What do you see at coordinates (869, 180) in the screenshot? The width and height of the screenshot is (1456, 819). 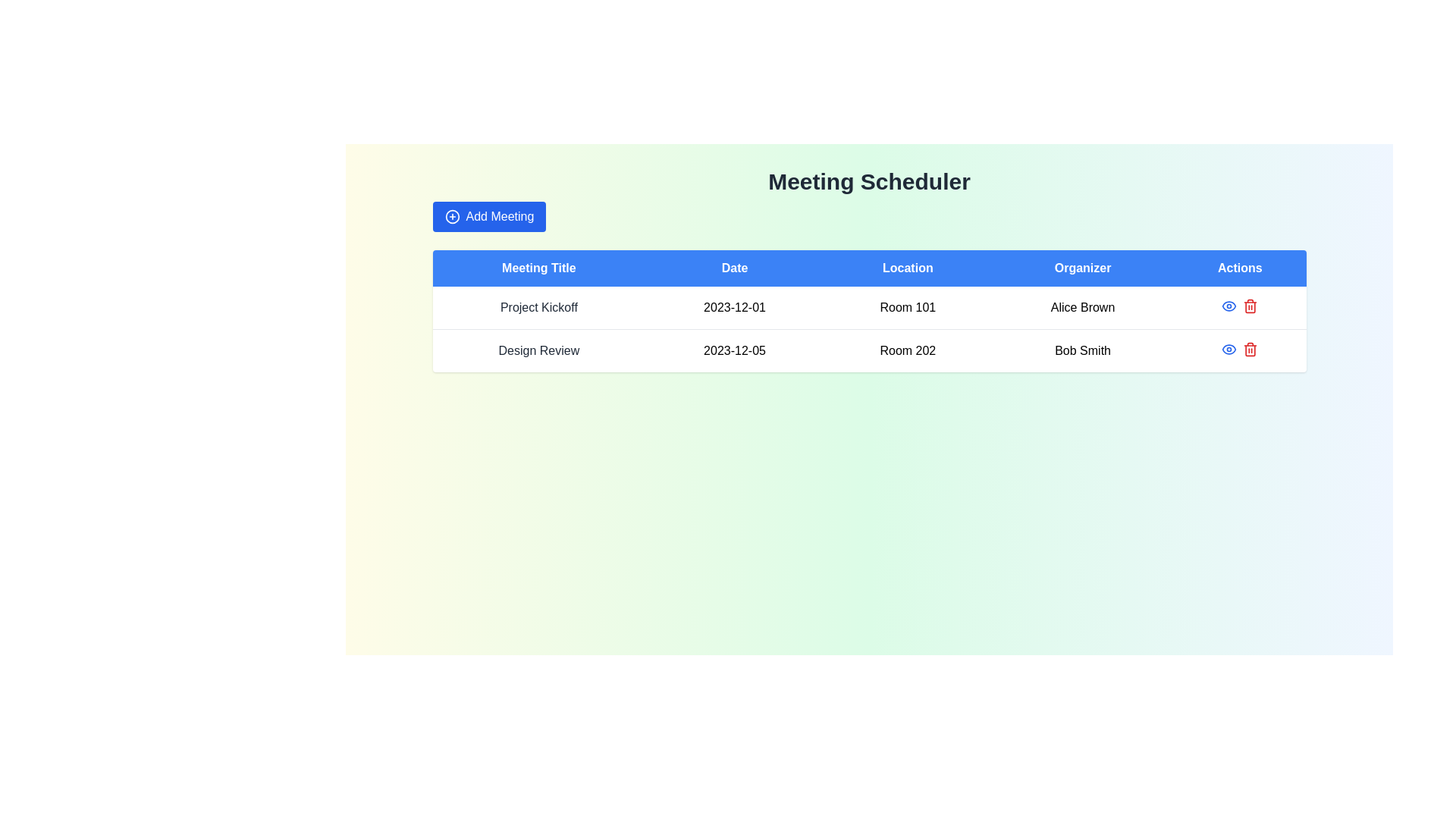 I see `the 'Meeting Scheduler' text header, which is a large, bold title positioned at the top of the interface, directly above the 'Add Meeting' button` at bounding box center [869, 180].